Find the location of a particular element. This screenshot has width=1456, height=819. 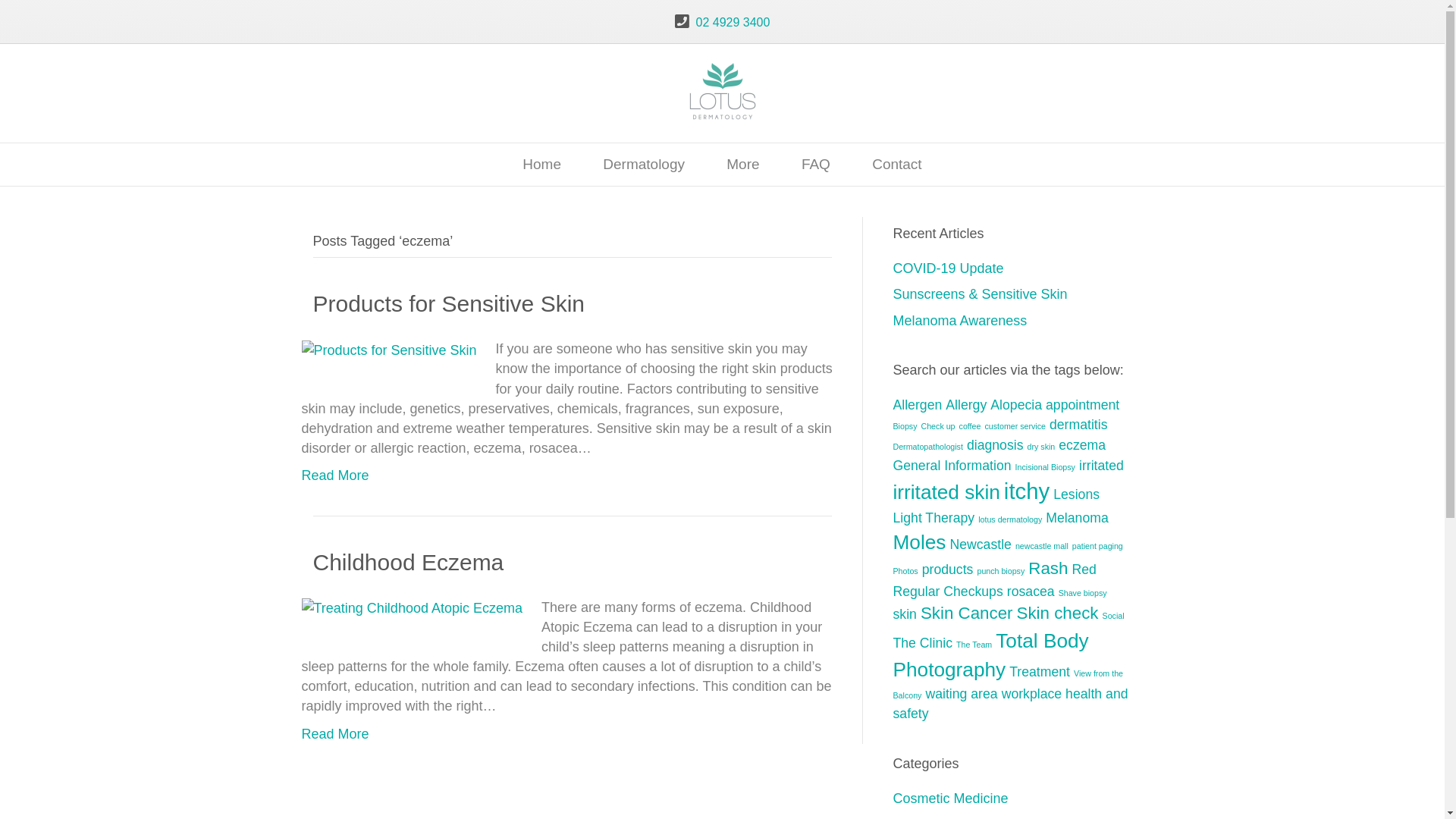

'Read More' is located at coordinates (334, 475).